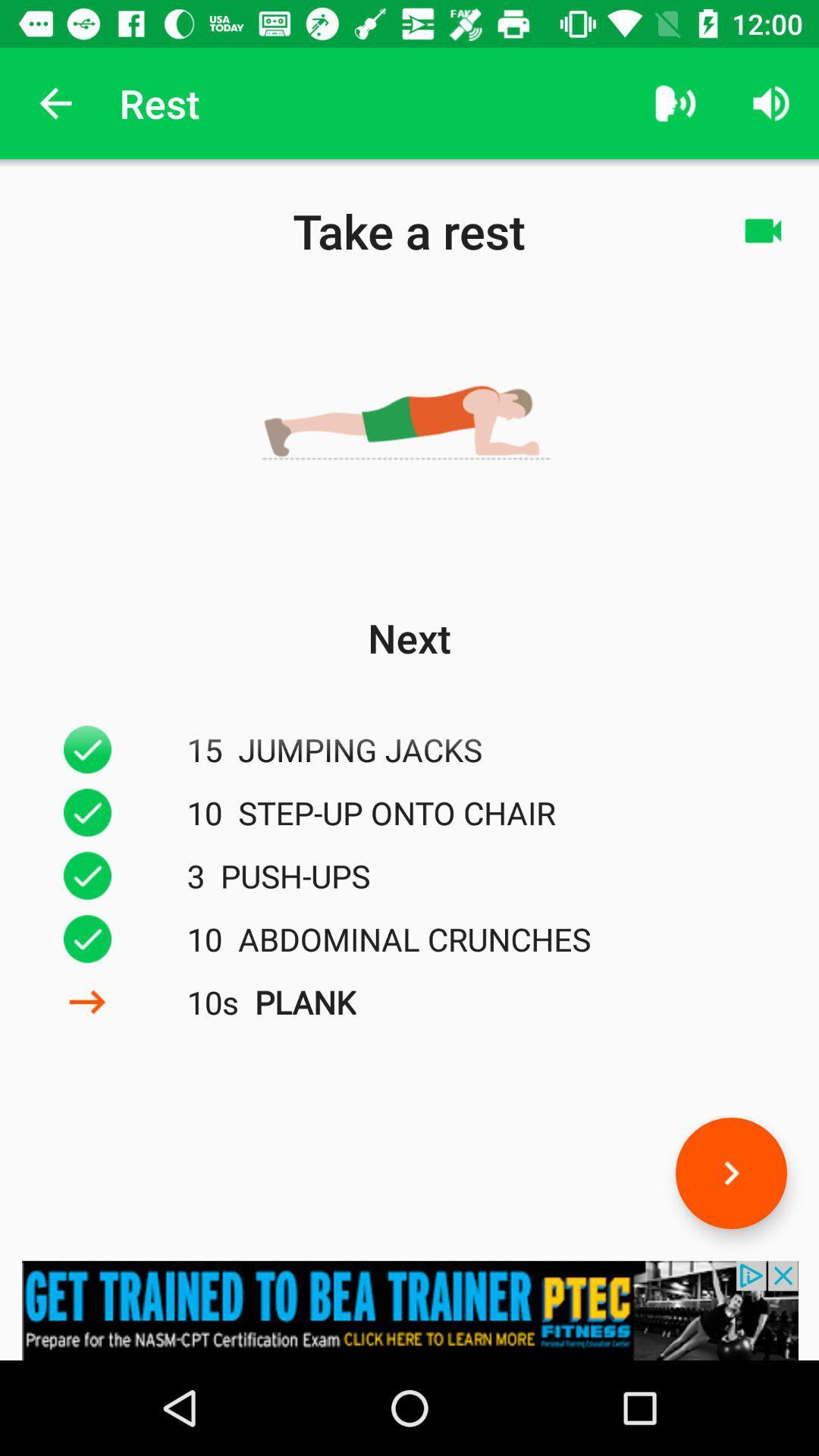 This screenshot has height=1456, width=819. I want to click on camera tool, so click(763, 230).